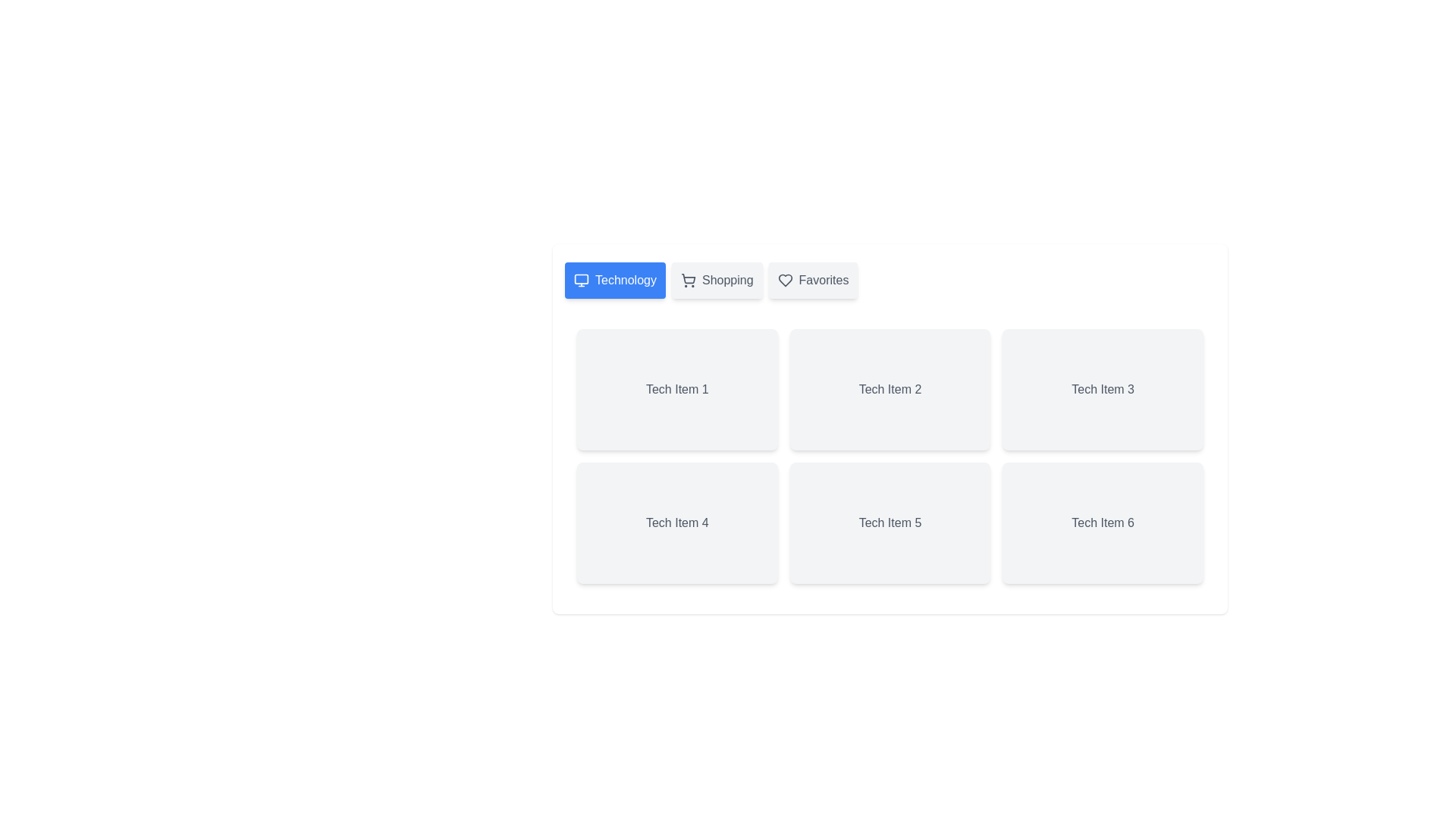 This screenshot has height=819, width=1456. I want to click on the tab labeled 'Technology' to potentially reveal additional information, so click(615, 281).